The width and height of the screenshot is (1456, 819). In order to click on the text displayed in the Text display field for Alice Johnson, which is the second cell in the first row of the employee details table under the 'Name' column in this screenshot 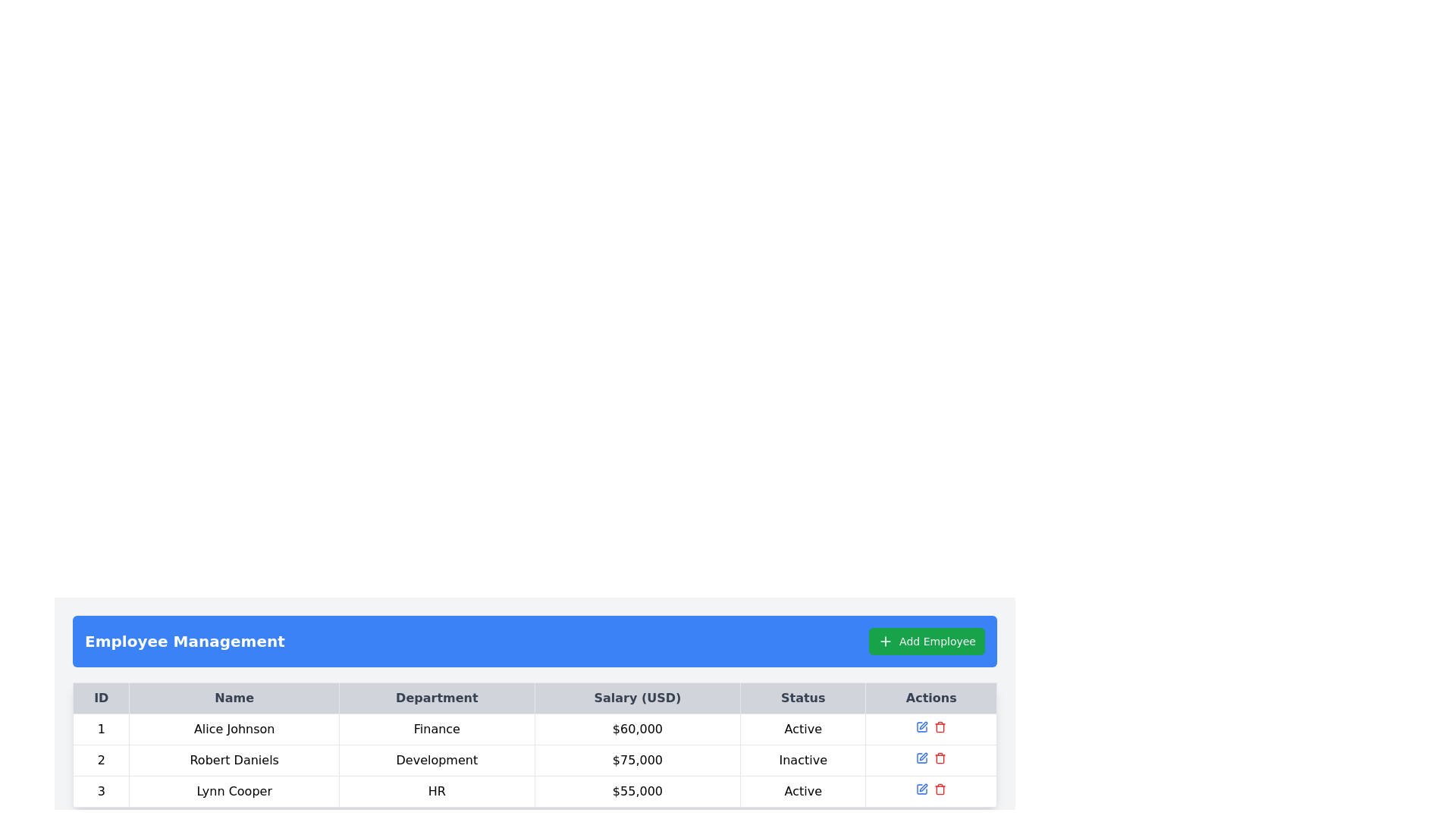, I will do `click(234, 728)`.